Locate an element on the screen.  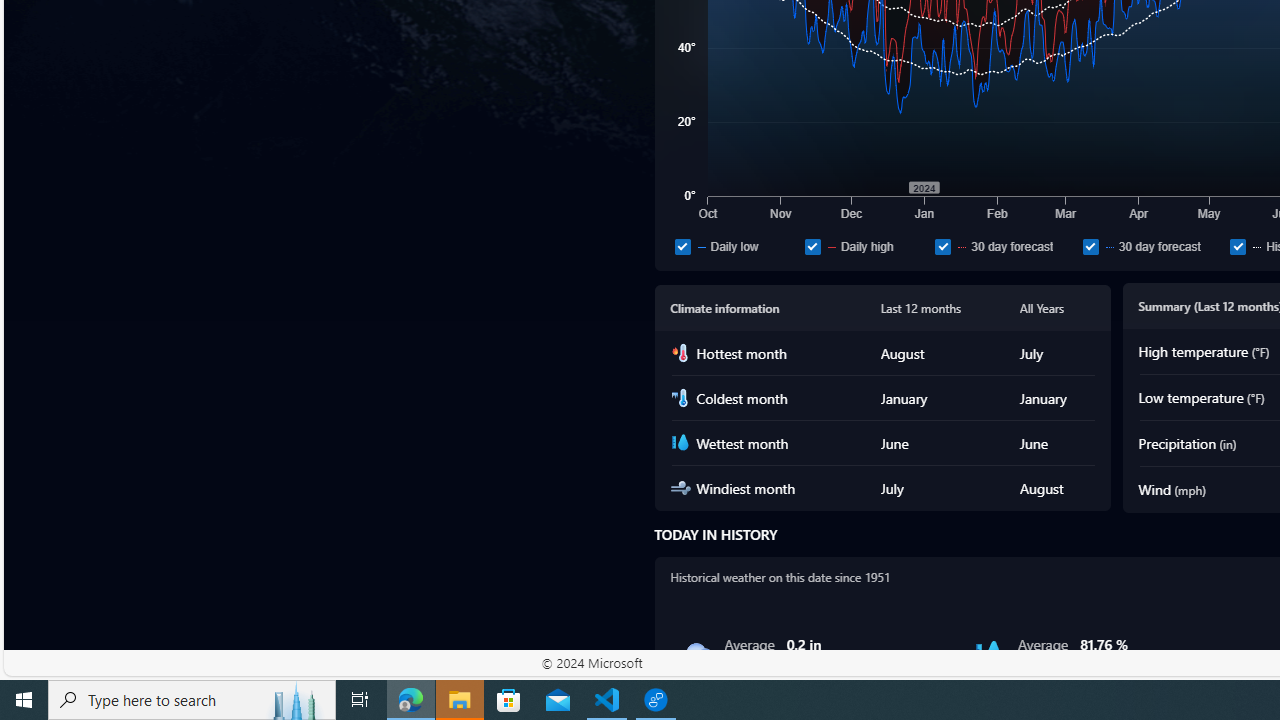
'Daily high' is located at coordinates (812, 245).